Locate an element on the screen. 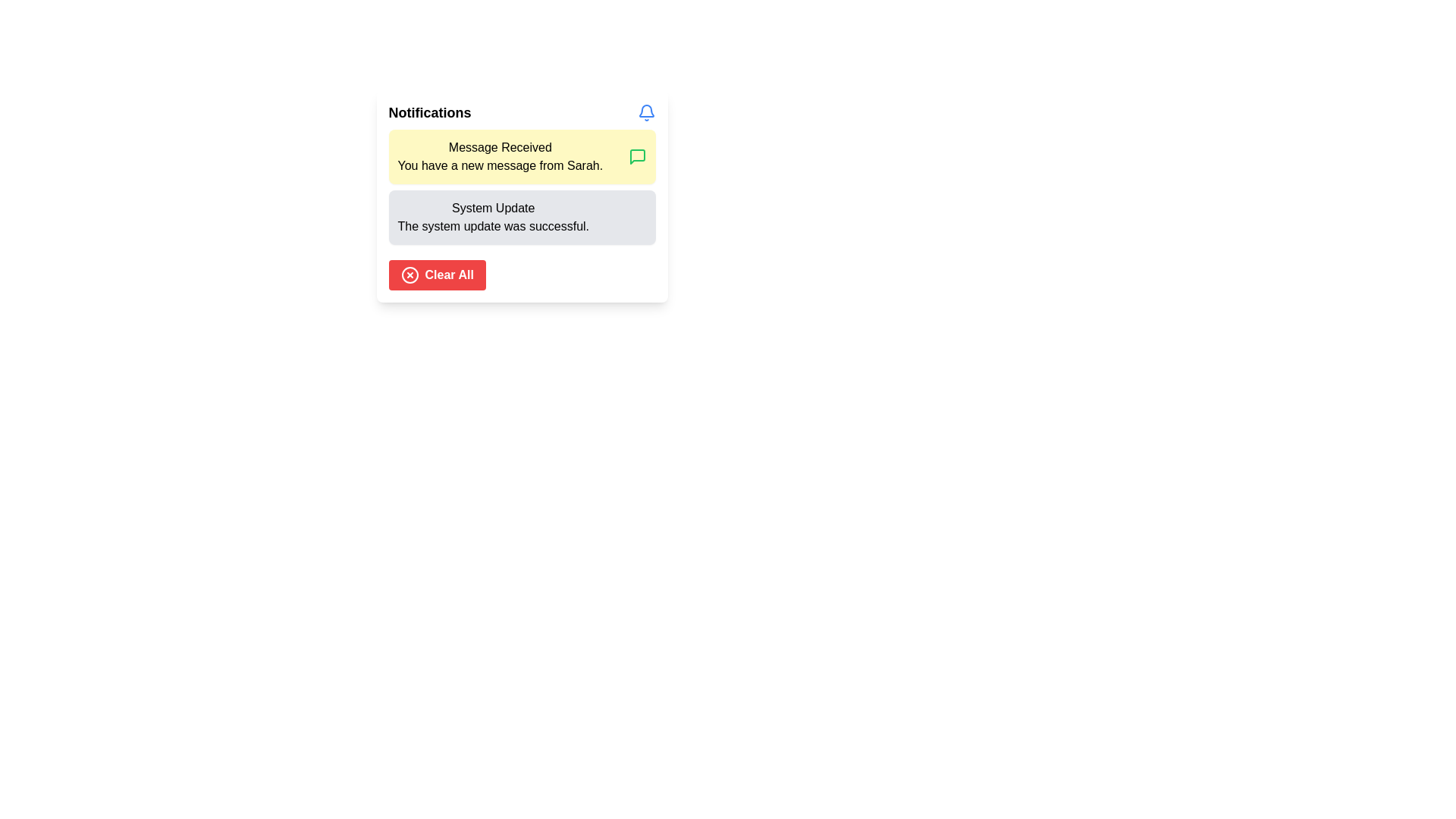 The image size is (1456, 819). the text label displaying 'You have a new message from Sarah.' which is centrally aligned within the yellow-highlighted notification card, located below the heading 'Message Received' is located at coordinates (500, 166).